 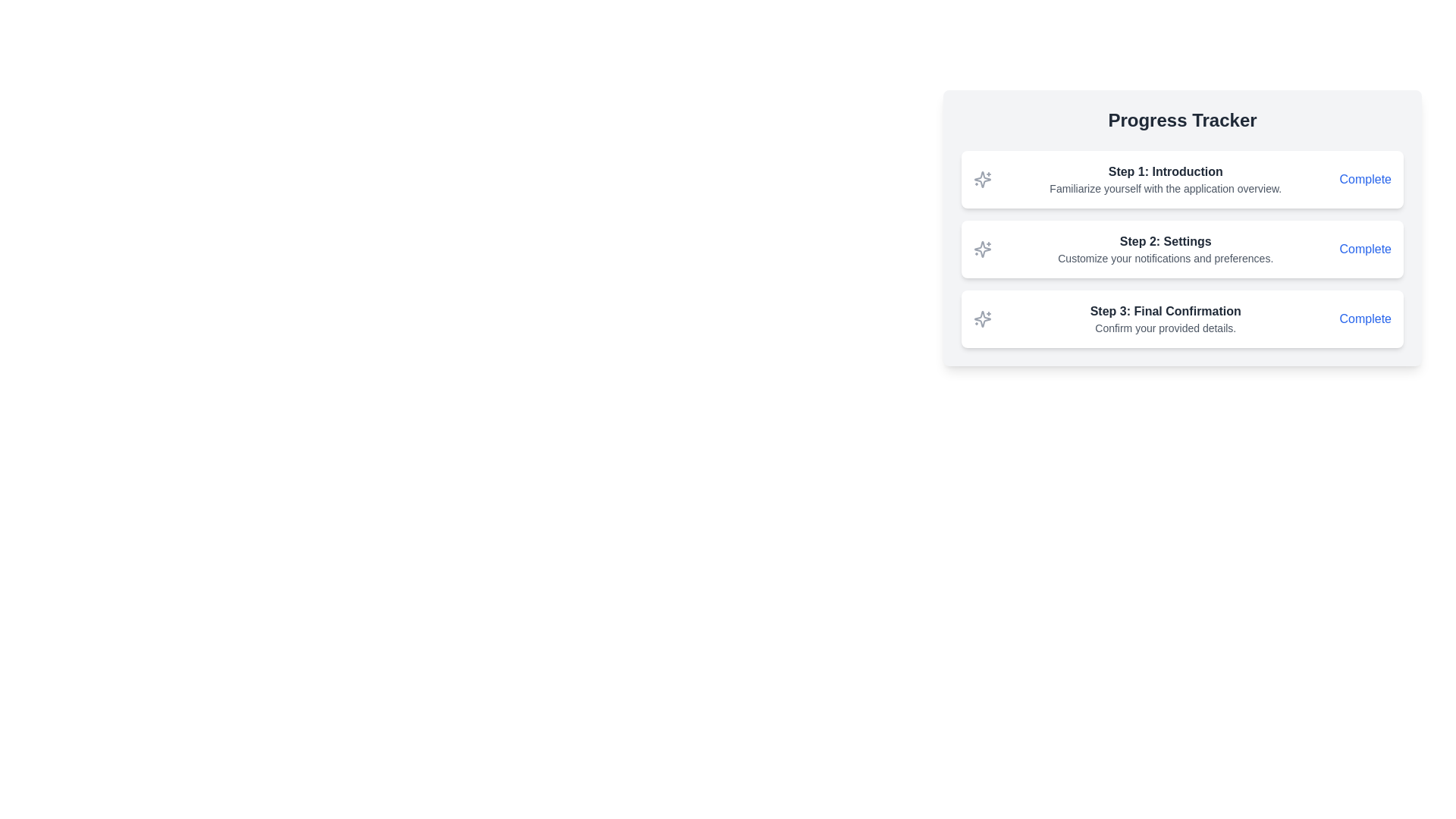 What do you see at coordinates (983, 178) in the screenshot?
I see `the icon associated with the first step in the progress tracker to interact with the step` at bounding box center [983, 178].